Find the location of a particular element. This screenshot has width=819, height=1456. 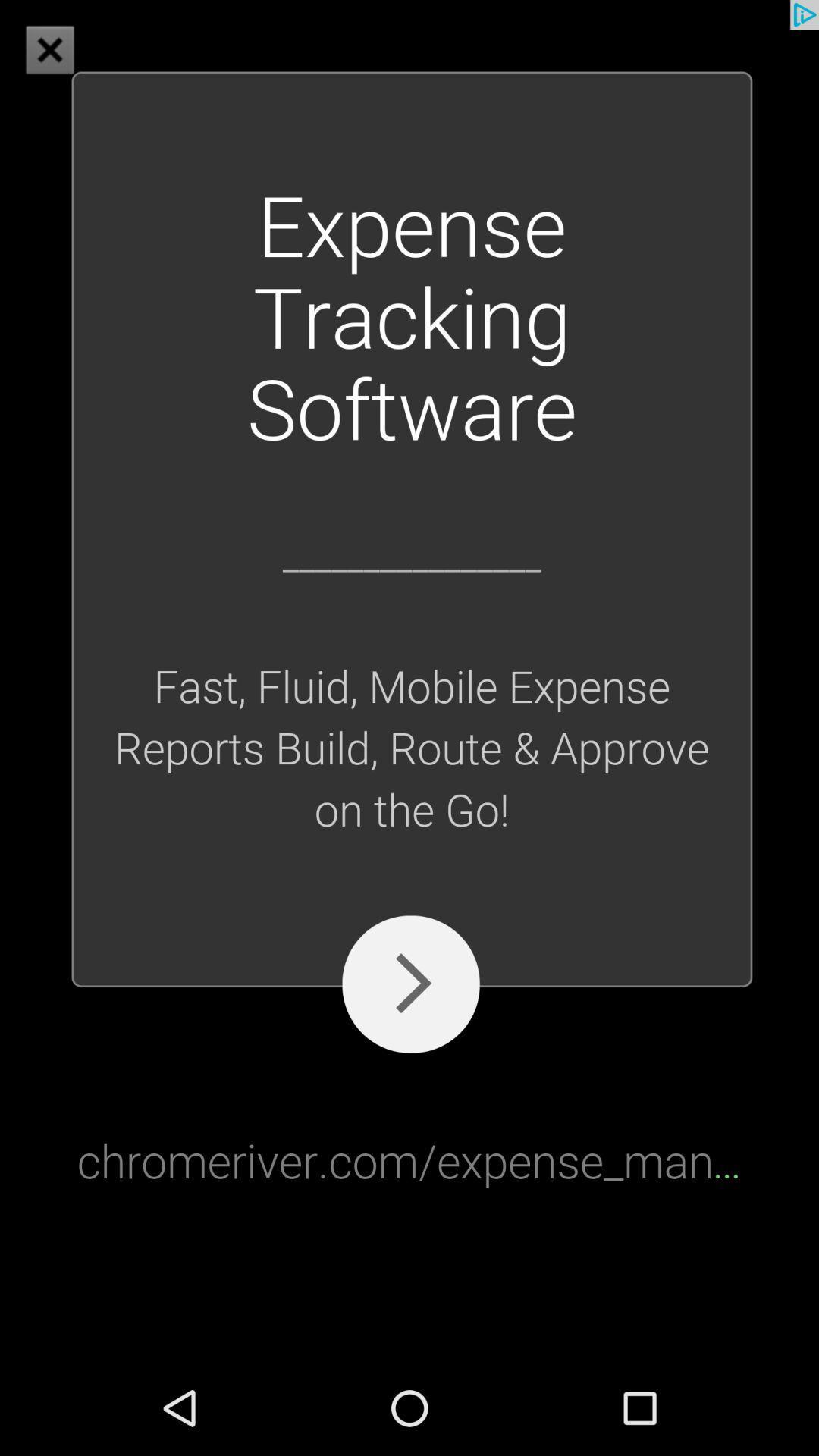

the close icon is located at coordinates (49, 49).